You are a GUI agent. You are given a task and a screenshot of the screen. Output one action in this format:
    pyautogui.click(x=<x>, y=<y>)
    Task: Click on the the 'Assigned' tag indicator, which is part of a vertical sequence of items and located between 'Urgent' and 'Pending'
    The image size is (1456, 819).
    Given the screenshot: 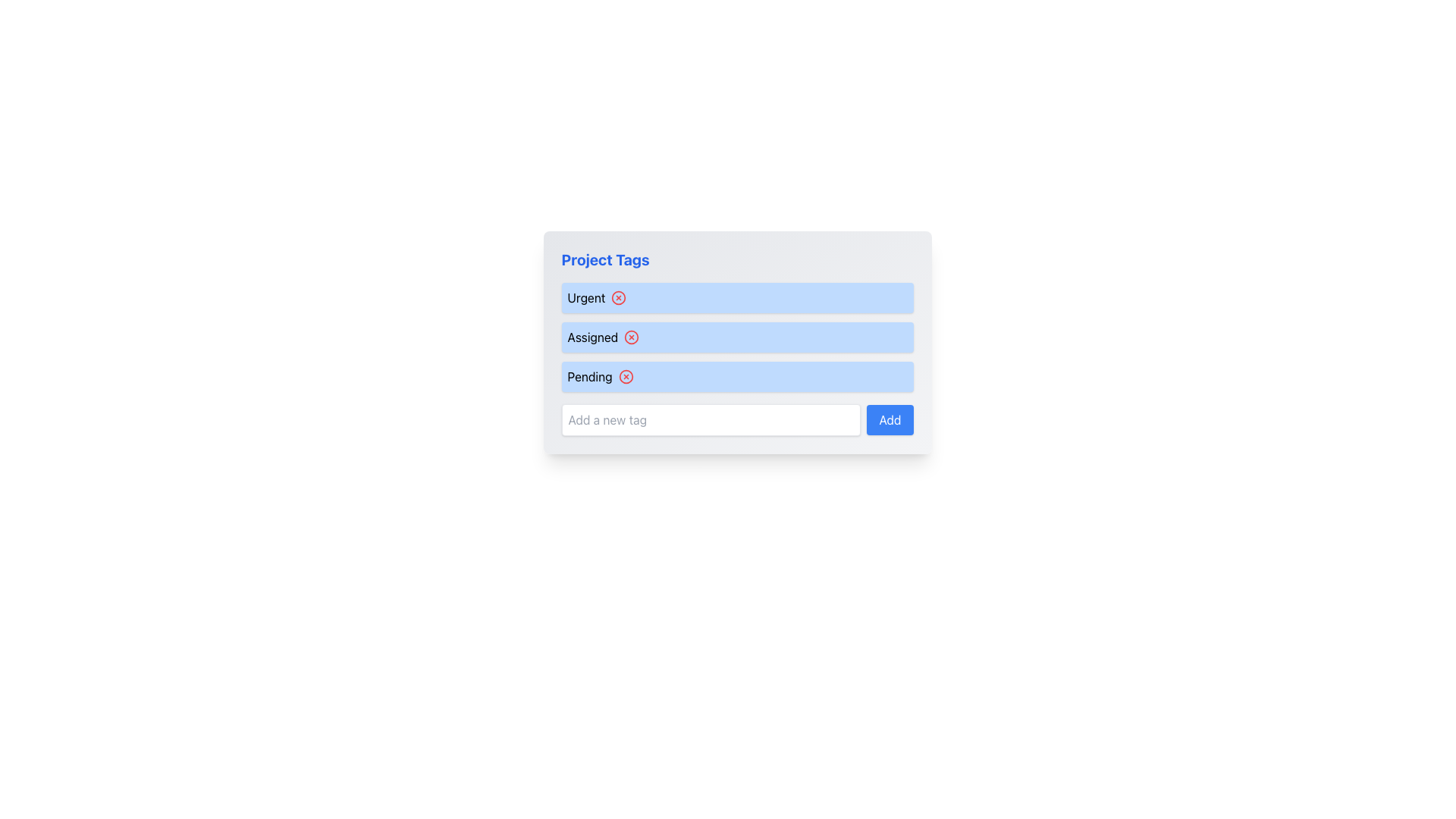 What is the action you would take?
    pyautogui.click(x=737, y=336)
    